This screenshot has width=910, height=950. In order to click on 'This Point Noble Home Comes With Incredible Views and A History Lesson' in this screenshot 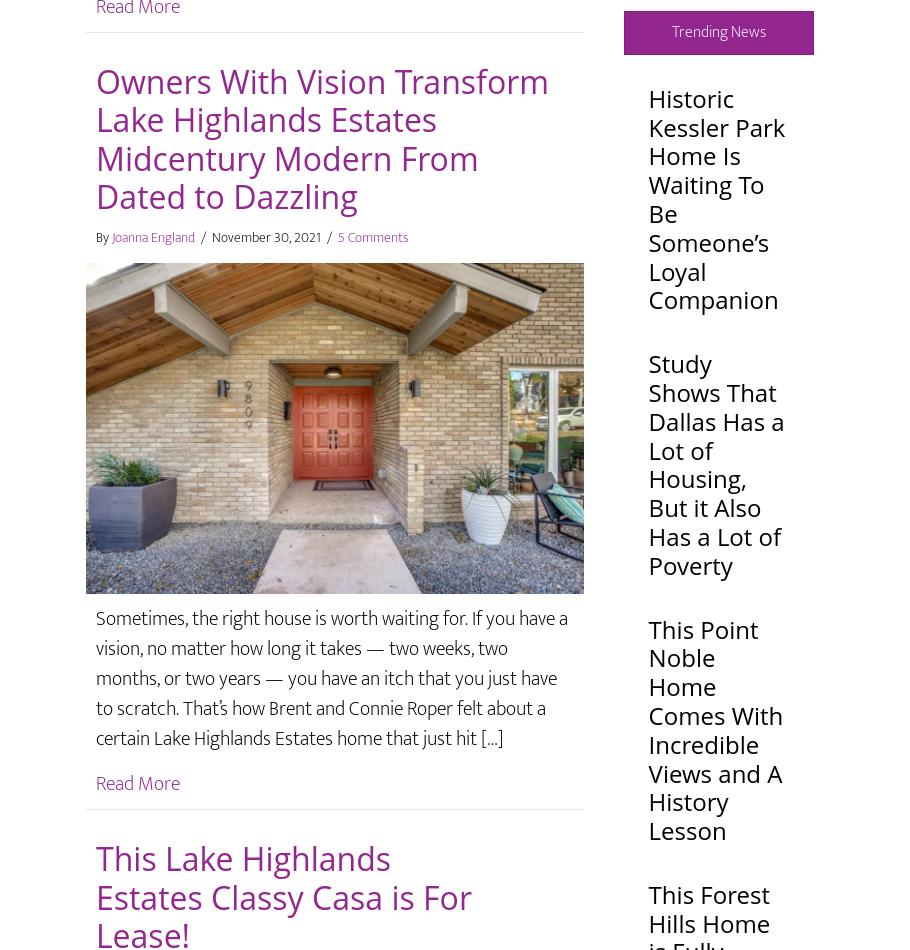, I will do `click(715, 728)`.